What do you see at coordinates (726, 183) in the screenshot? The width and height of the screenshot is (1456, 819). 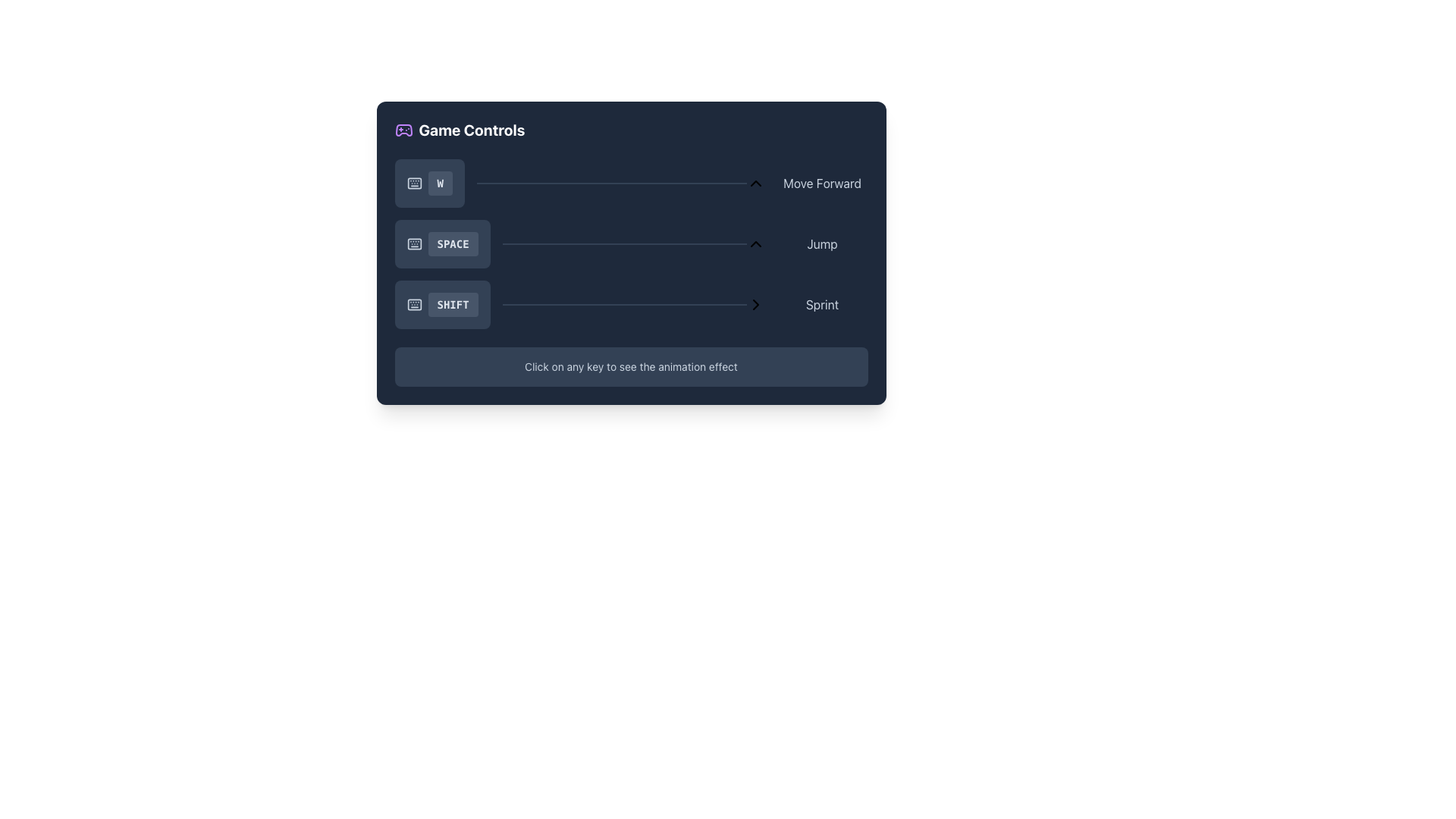 I see `the slider` at bounding box center [726, 183].